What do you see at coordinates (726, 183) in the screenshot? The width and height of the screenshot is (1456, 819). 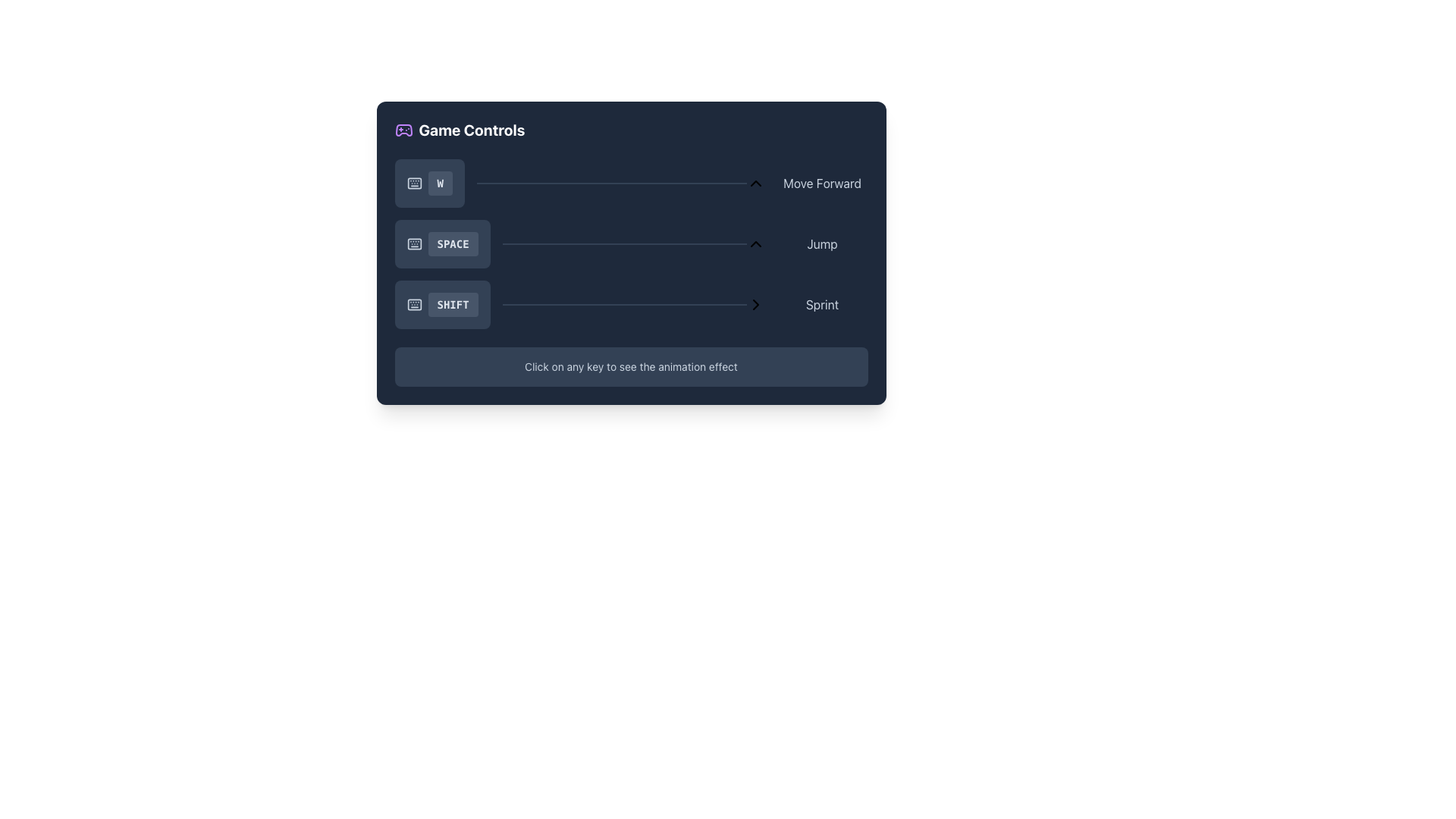 I see `the slider` at bounding box center [726, 183].